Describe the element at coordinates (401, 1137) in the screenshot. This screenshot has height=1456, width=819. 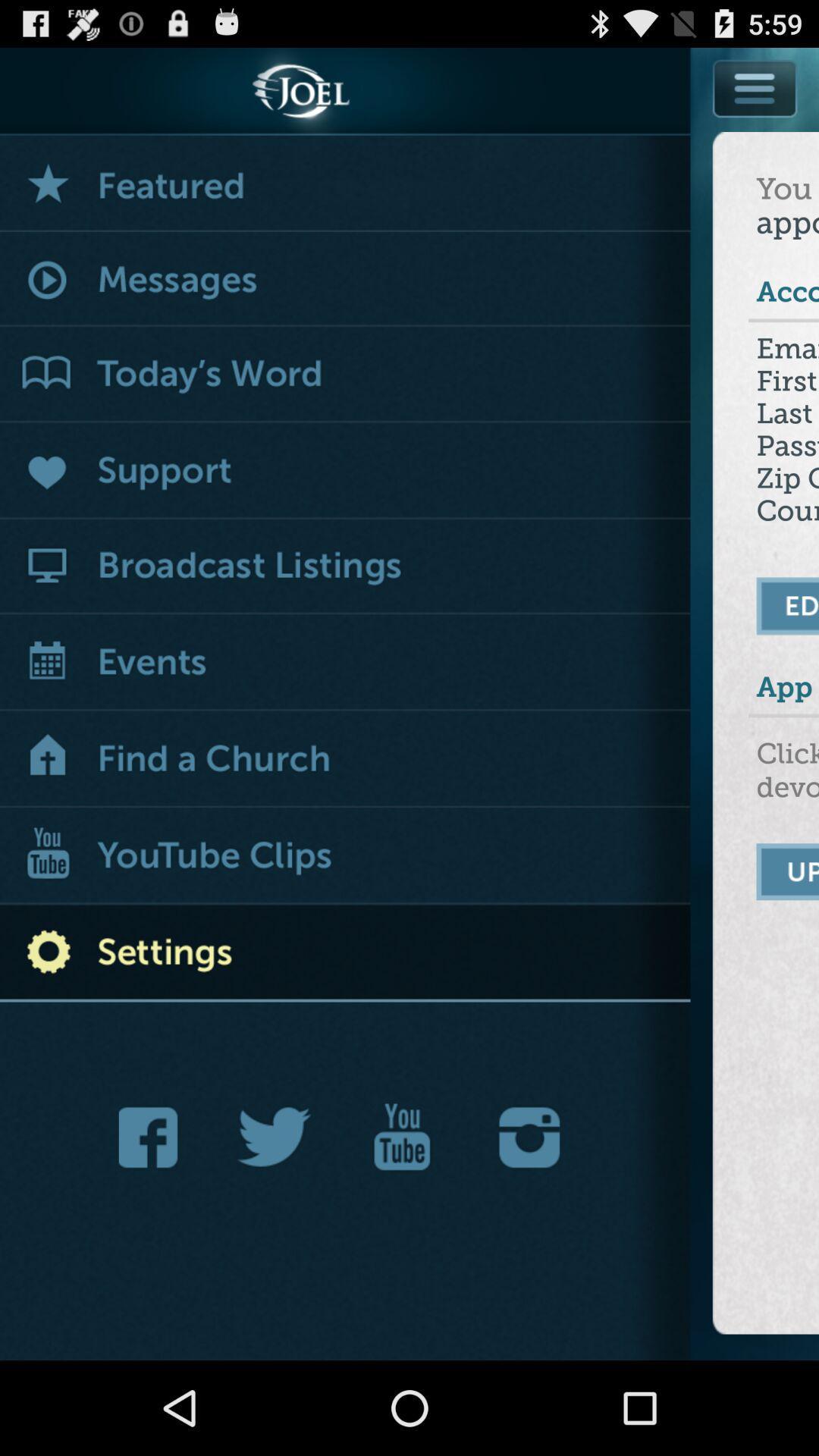
I see `and share joel related videos` at that location.